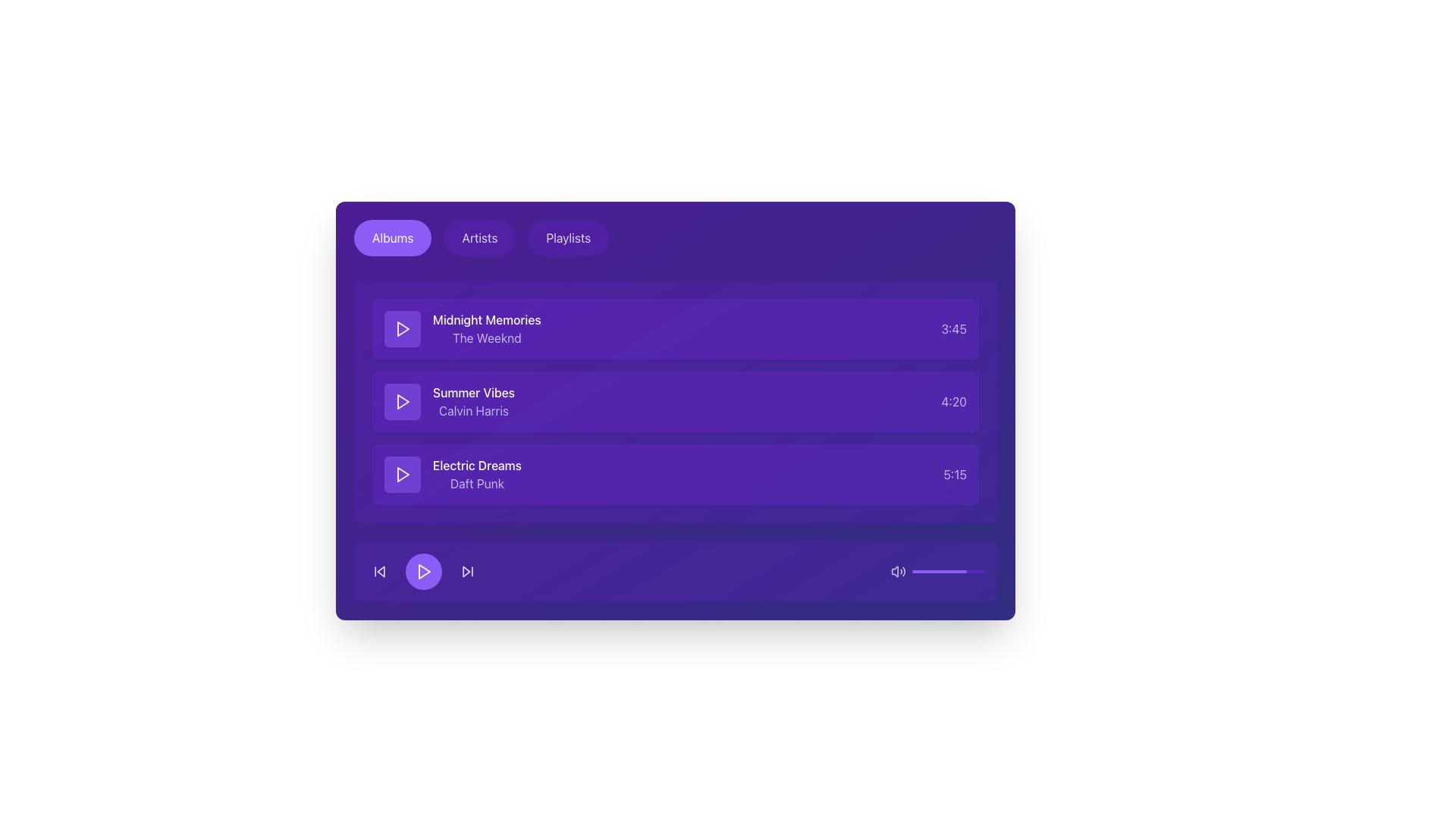  Describe the element at coordinates (476, 483) in the screenshot. I see `the text label displaying the artist's name located below the bold text 'Electric Dreams' in the third row of the music playlist interface` at that location.